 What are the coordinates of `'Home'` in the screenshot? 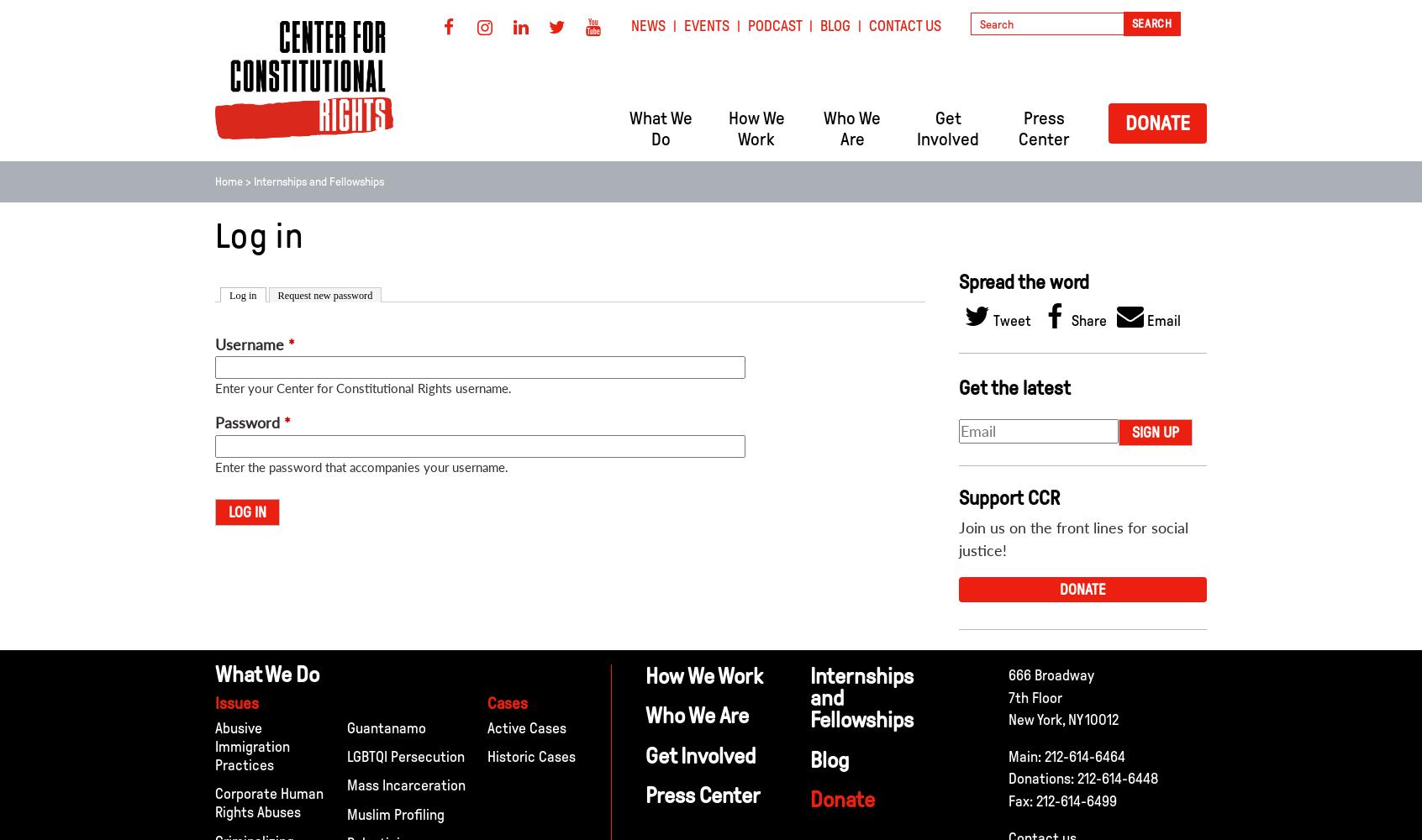 It's located at (214, 181).